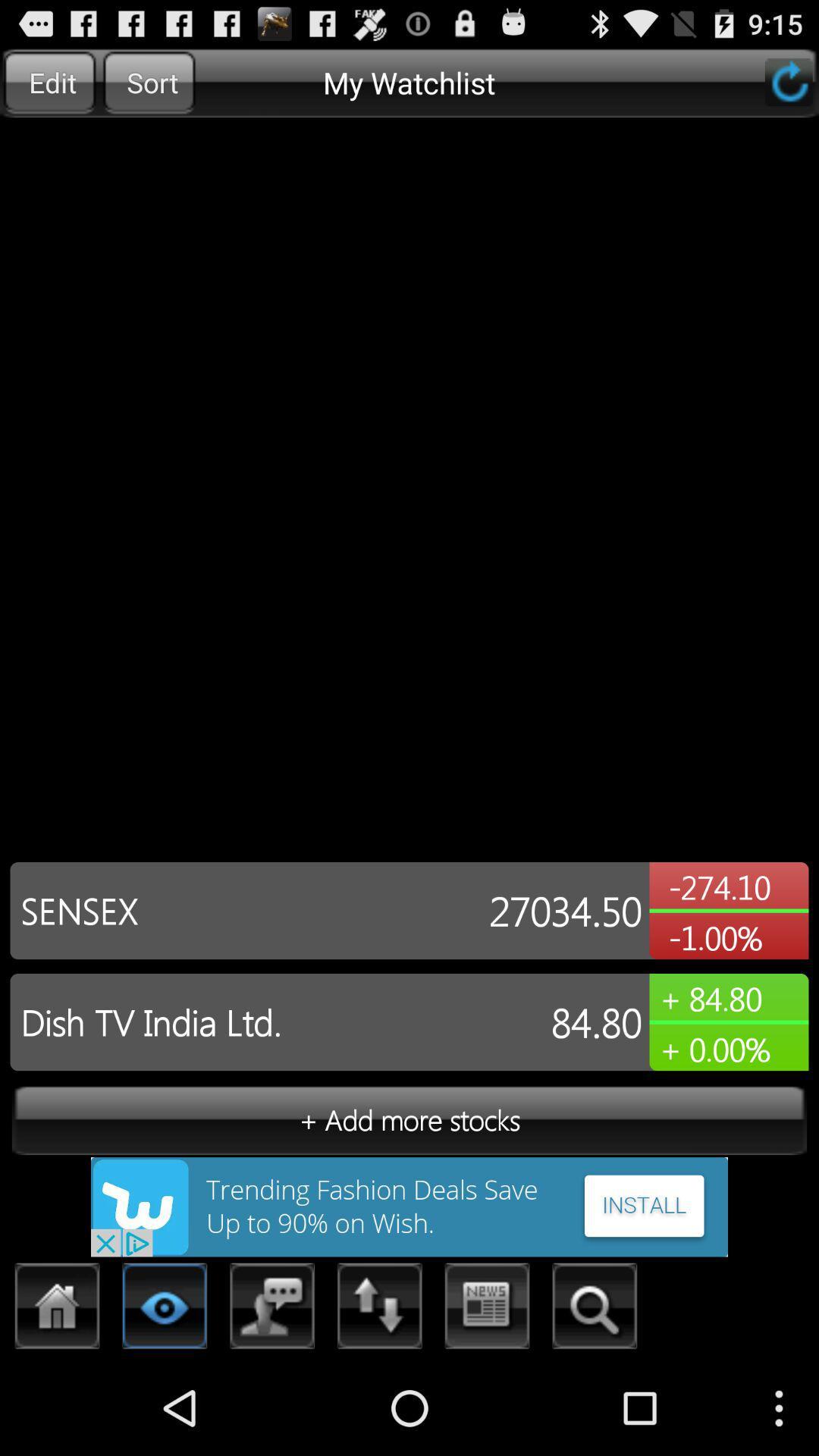  What do you see at coordinates (788, 81) in the screenshot?
I see `refresh the page` at bounding box center [788, 81].